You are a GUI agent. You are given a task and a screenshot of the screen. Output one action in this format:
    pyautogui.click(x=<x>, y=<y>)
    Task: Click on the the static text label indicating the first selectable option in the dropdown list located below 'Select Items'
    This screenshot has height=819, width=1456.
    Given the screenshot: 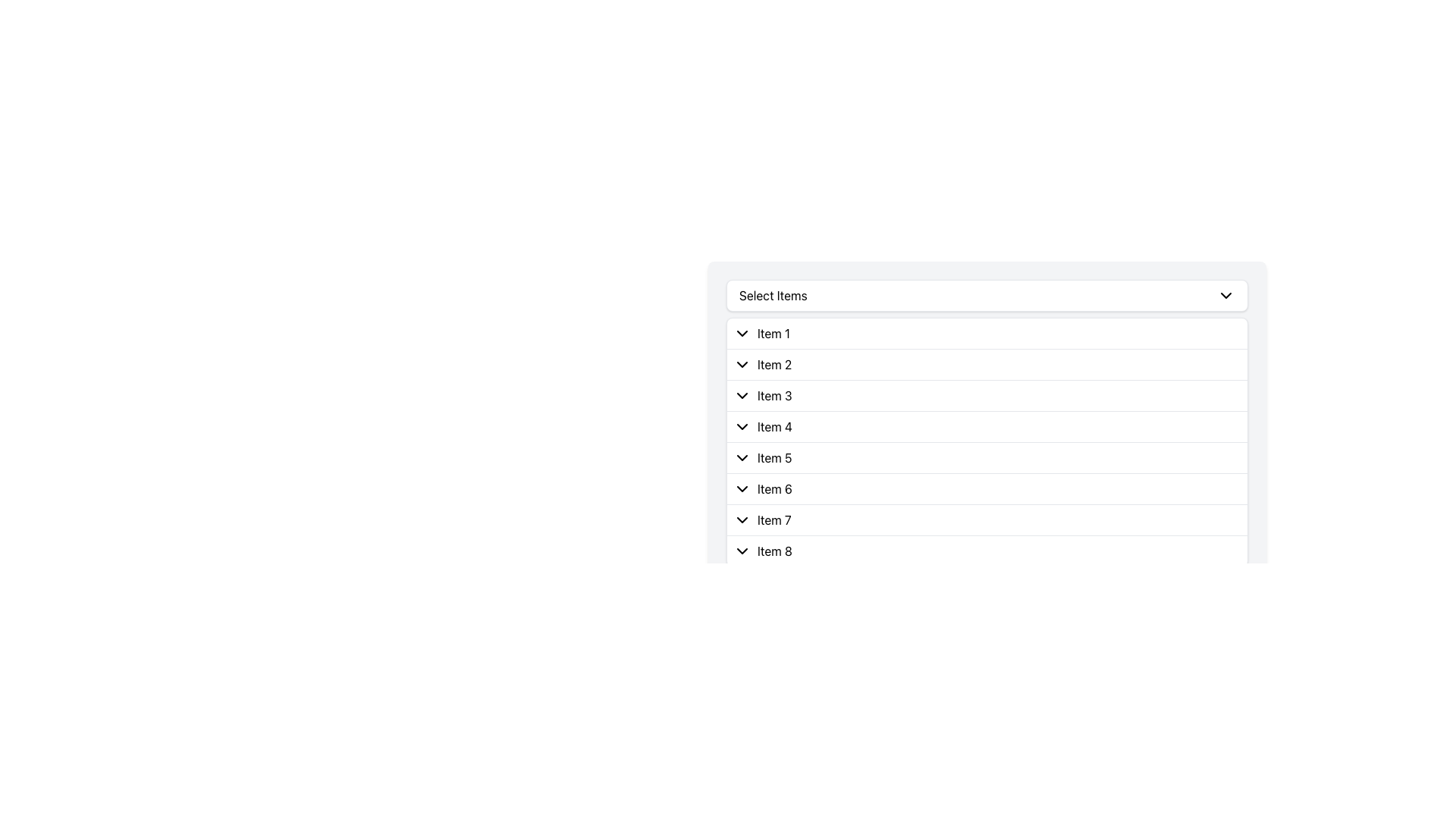 What is the action you would take?
    pyautogui.click(x=773, y=332)
    